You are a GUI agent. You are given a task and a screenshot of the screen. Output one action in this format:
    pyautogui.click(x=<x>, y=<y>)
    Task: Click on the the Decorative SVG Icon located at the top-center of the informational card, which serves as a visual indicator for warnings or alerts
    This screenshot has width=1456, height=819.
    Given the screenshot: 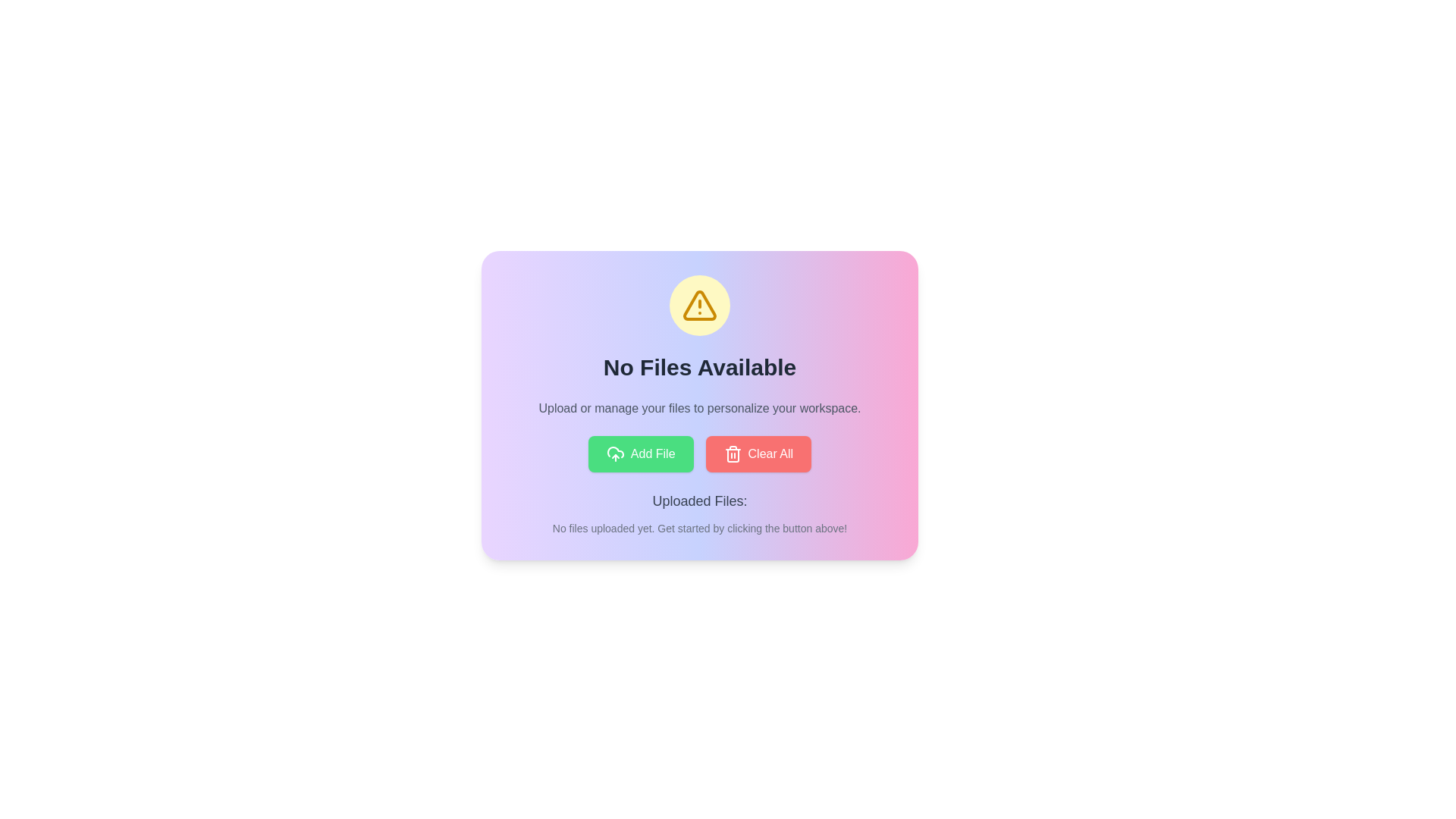 What is the action you would take?
    pyautogui.click(x=698, y=305)
    